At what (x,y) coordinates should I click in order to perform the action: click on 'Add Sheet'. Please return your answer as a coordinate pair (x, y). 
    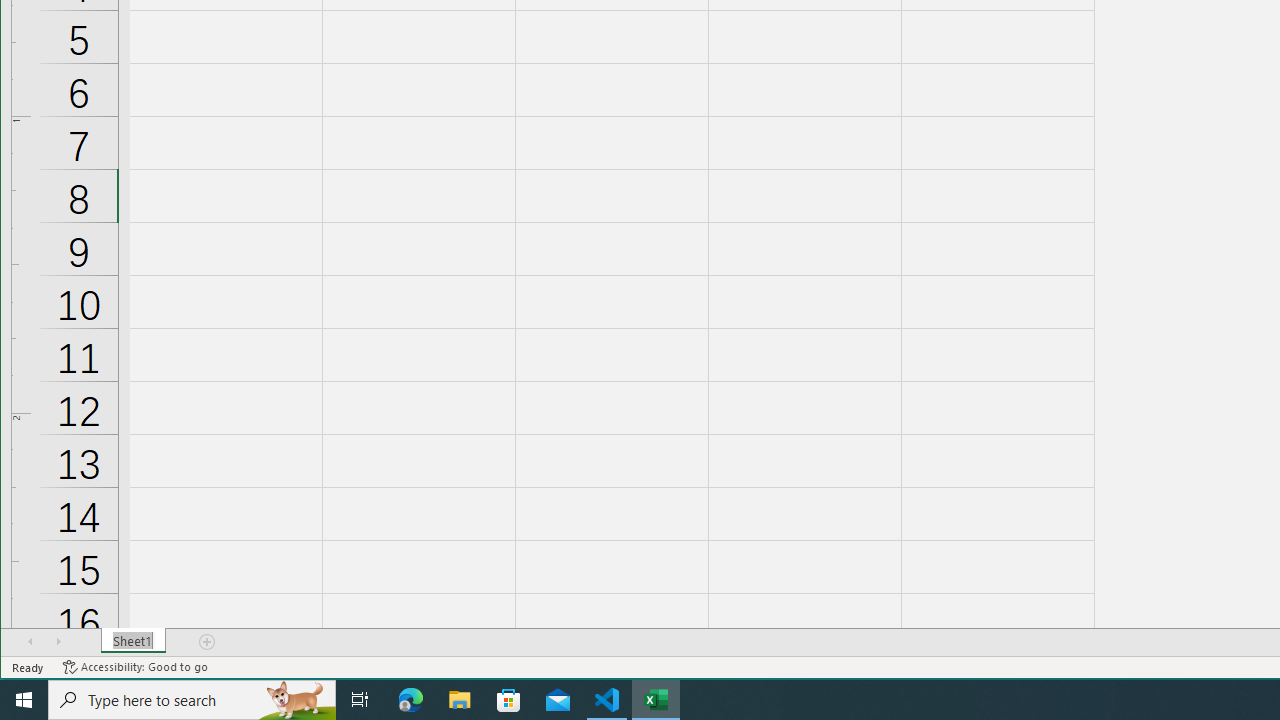
    Looking at the image, I should click on (208, 641).